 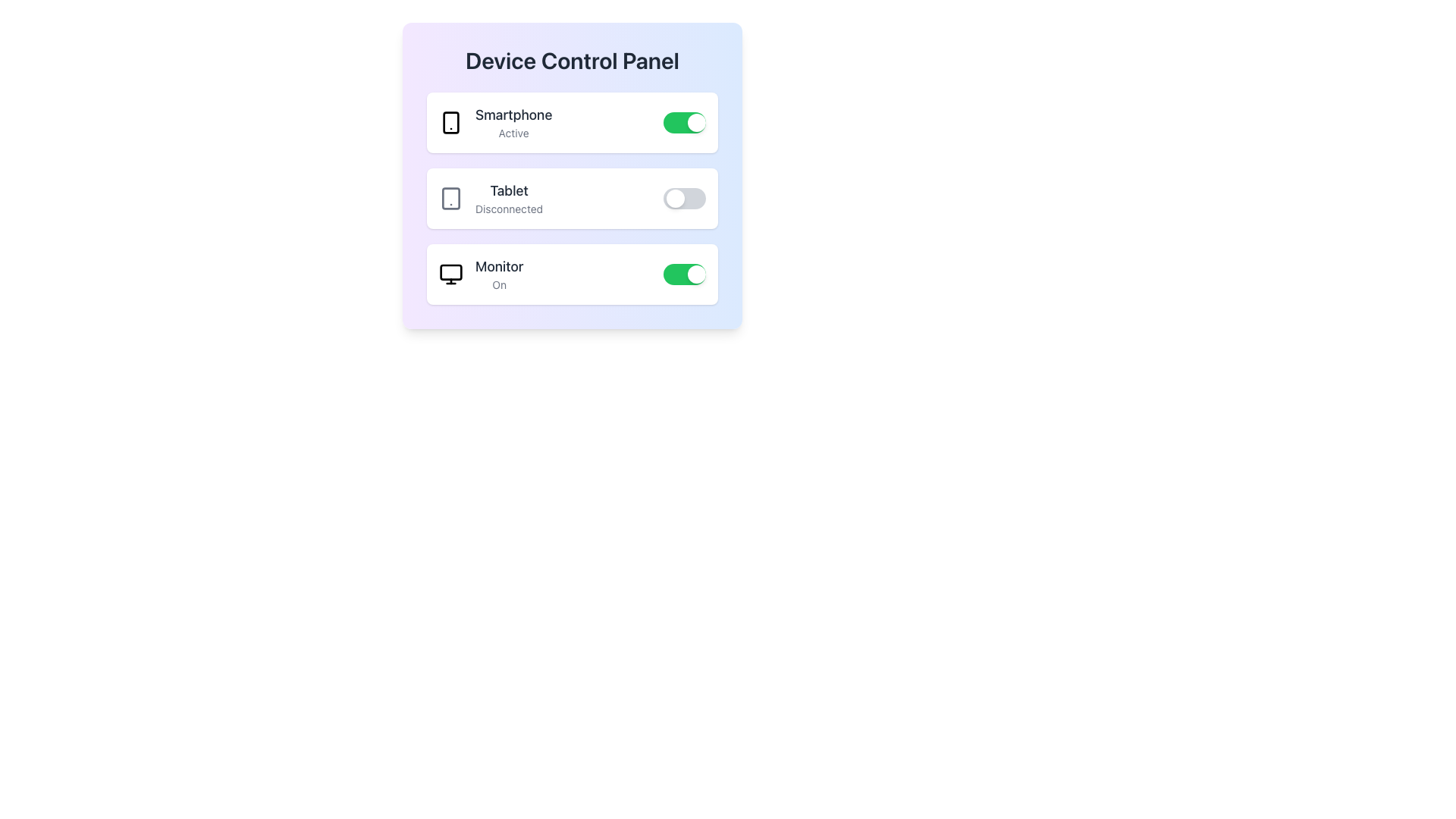 I want to click on the status of the active computer monitor icon, which is highlighted with a green accent and positioned next to the text 'Monitor' and 'On' in the Device Control Panel, so click(x=450, y=275).